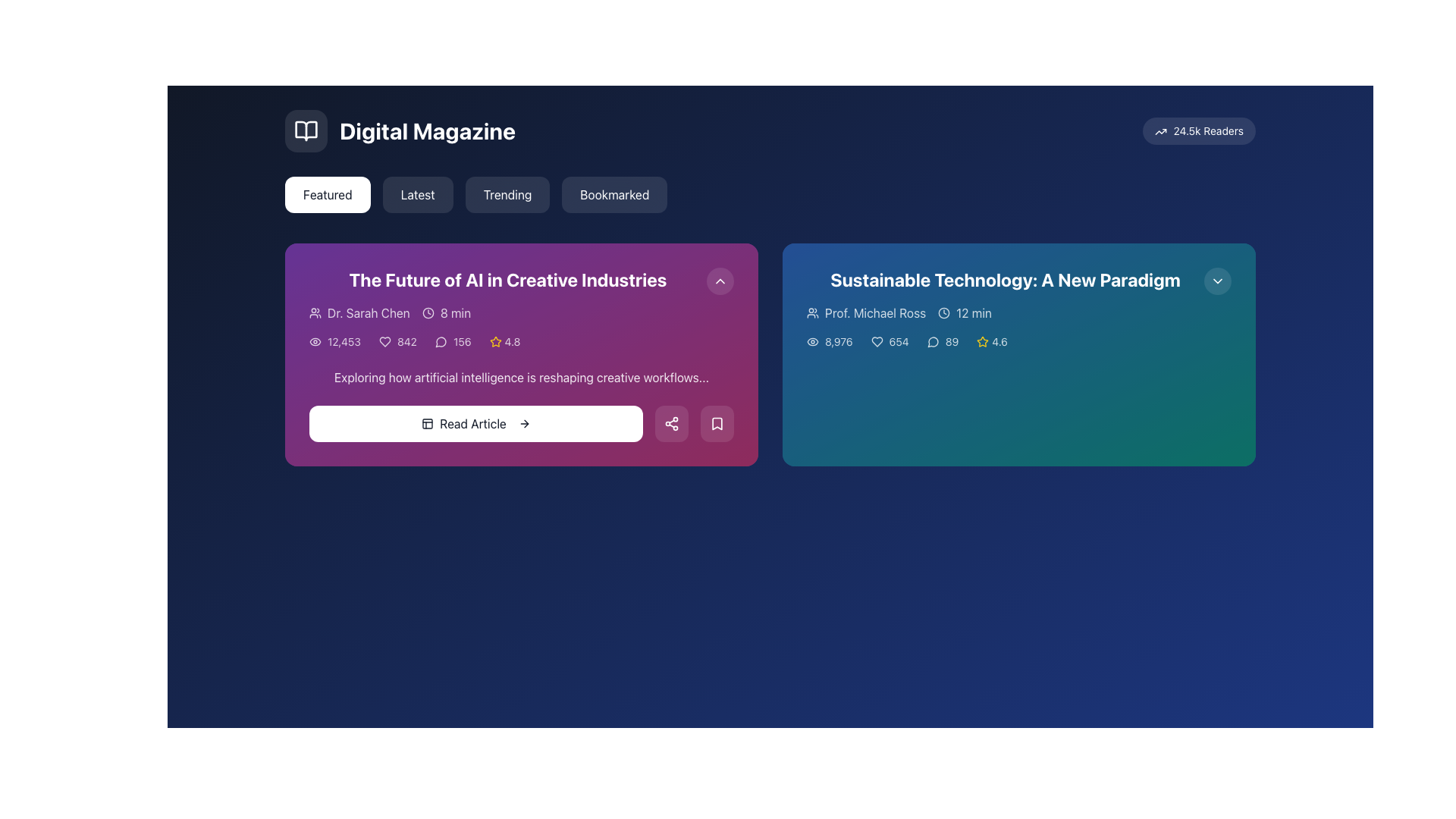 The image size is (1456, 819). I want to click on the bookmark action icon located at the bottom-right corner of the left purple card for the article 'The Future of AI in Creative Industries', so click(716, 424).